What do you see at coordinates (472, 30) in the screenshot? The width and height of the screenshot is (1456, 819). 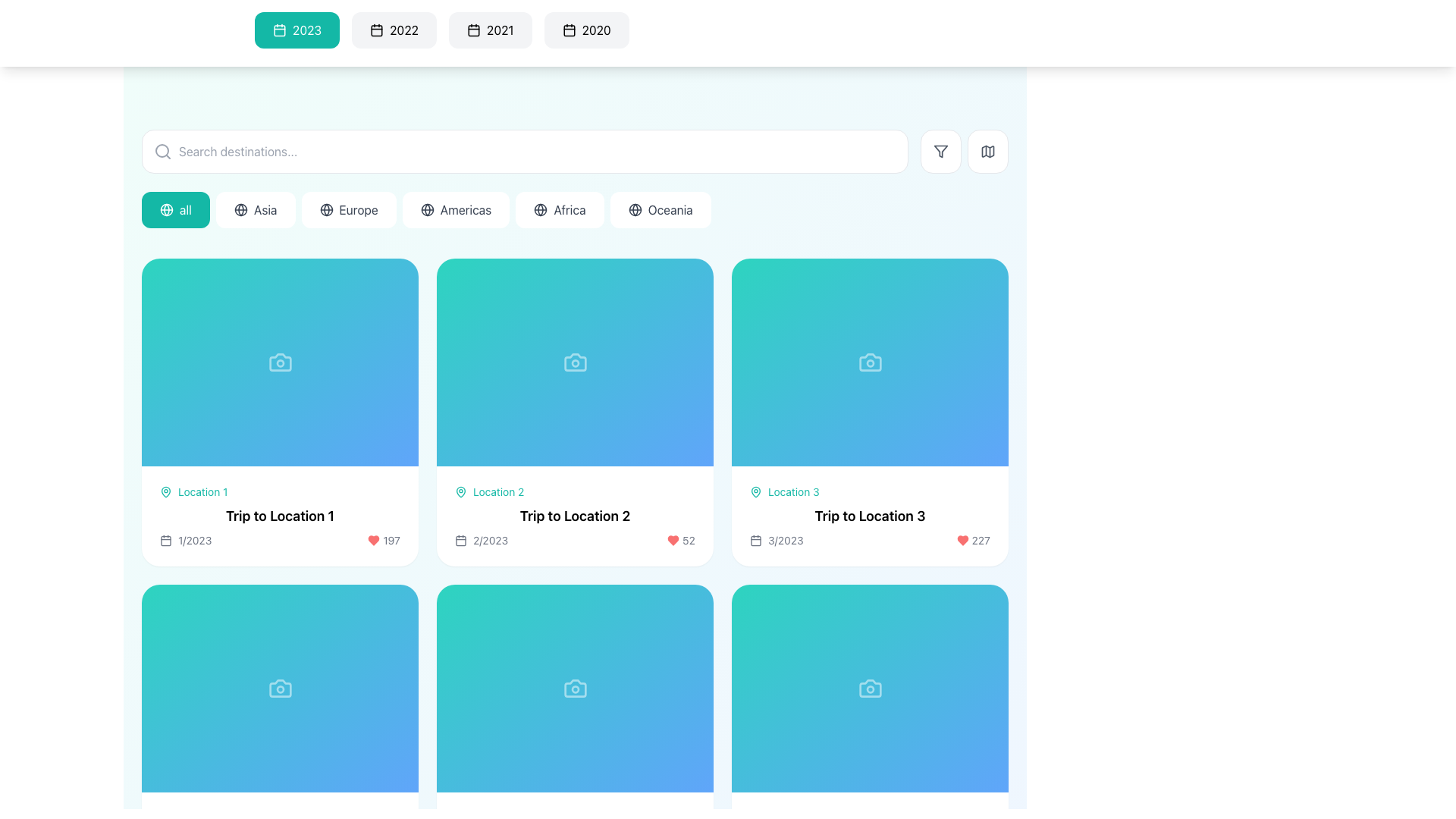 I see `the calendar icon within the button labeled '2021'` at bounding box center [472, 30].